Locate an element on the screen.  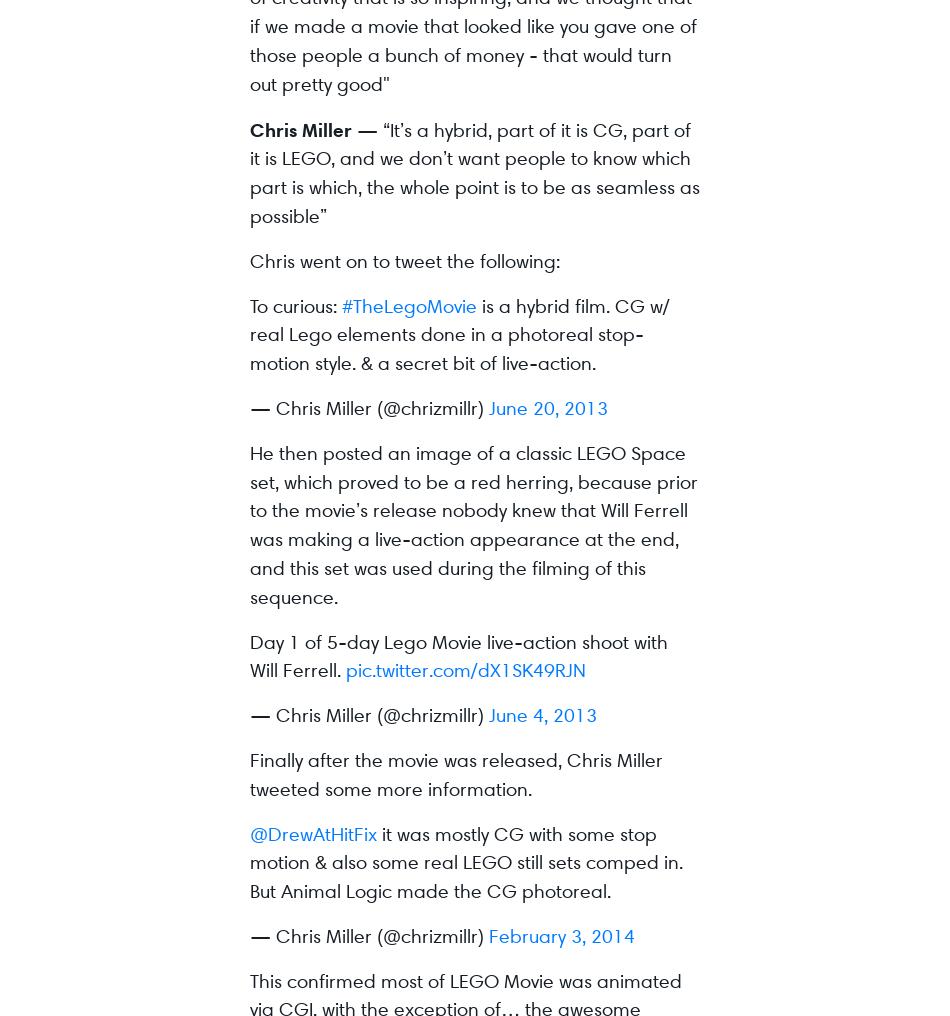
'#TheLegoMovie' is located at coordinates (408, 304).